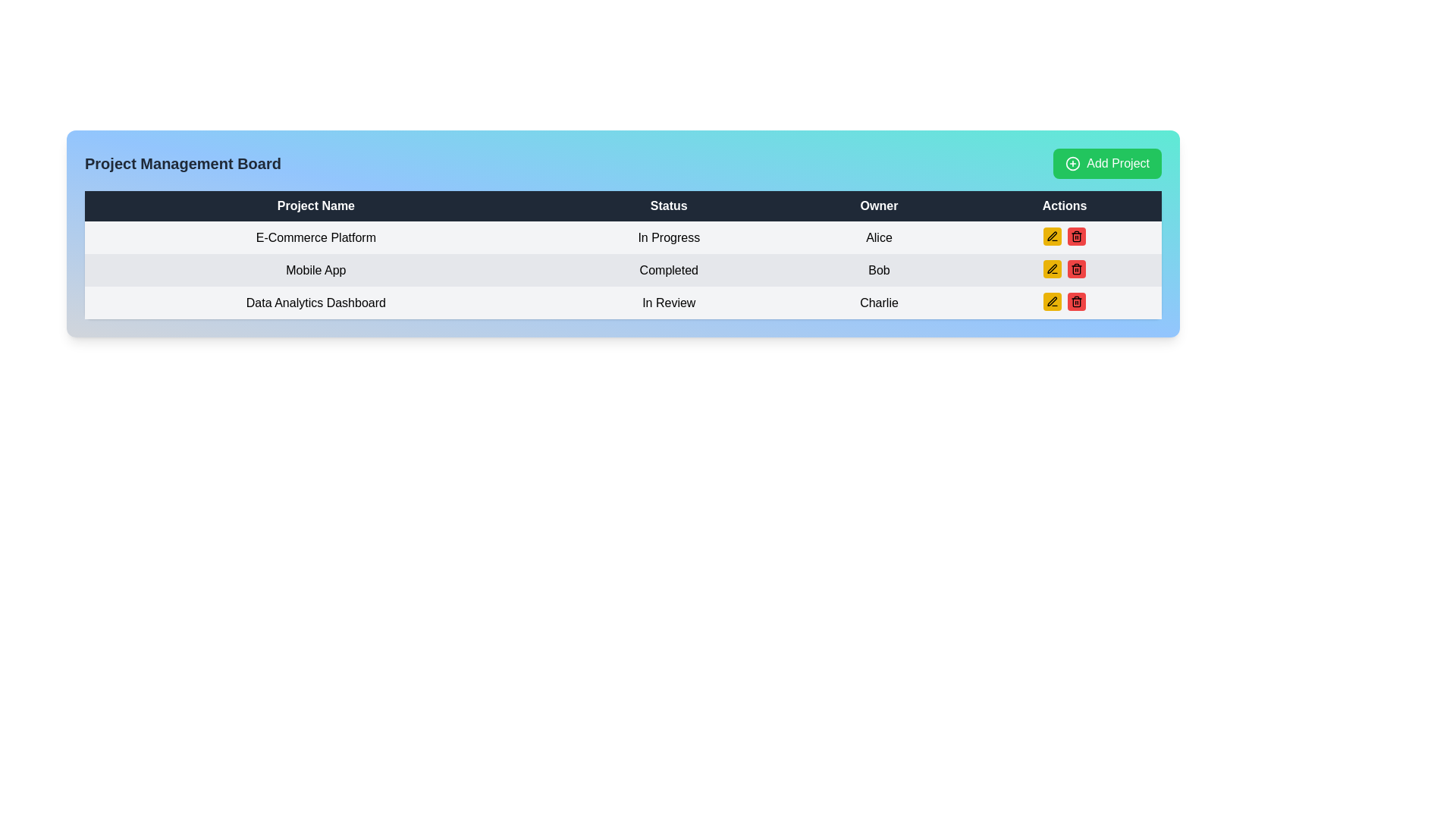  I want to click on the delete button with a trash can icon in the actions column of Bob's row to observe the hover effect, so click(1076, 237).